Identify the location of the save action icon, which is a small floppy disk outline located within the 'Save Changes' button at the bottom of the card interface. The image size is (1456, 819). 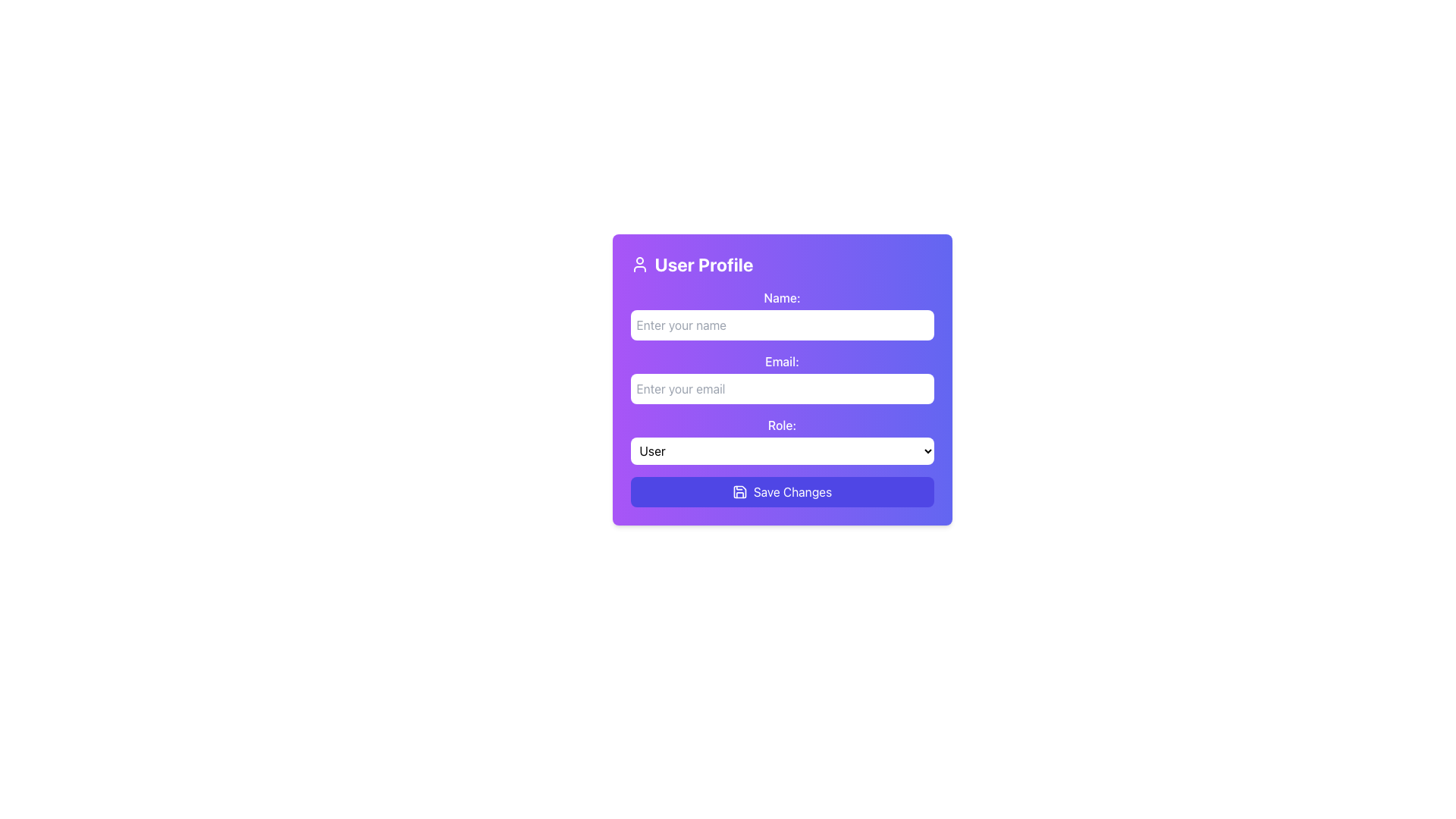
(739, 491).